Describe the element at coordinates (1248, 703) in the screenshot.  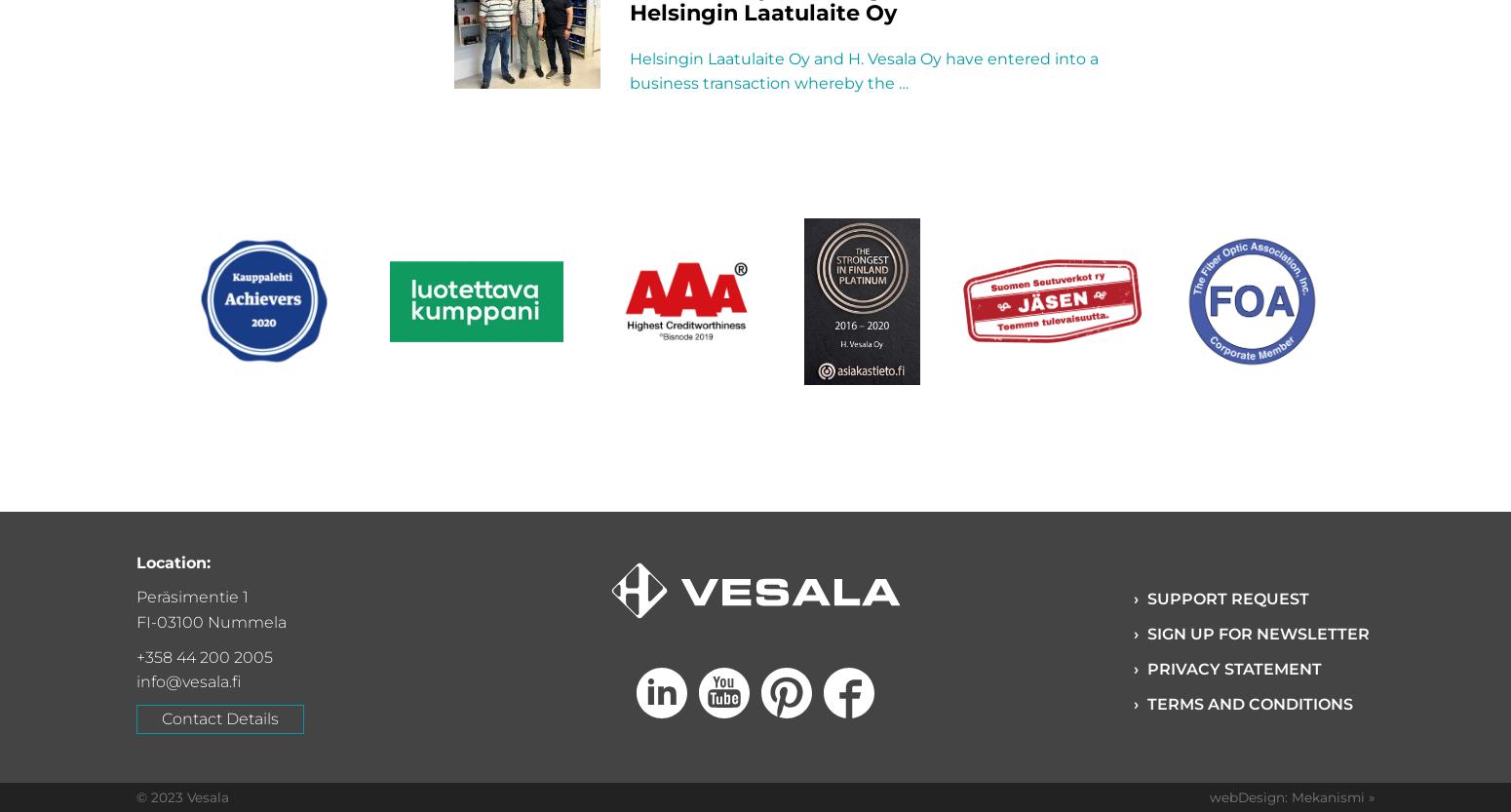
I see `'Terms and Conditions'` at that location.